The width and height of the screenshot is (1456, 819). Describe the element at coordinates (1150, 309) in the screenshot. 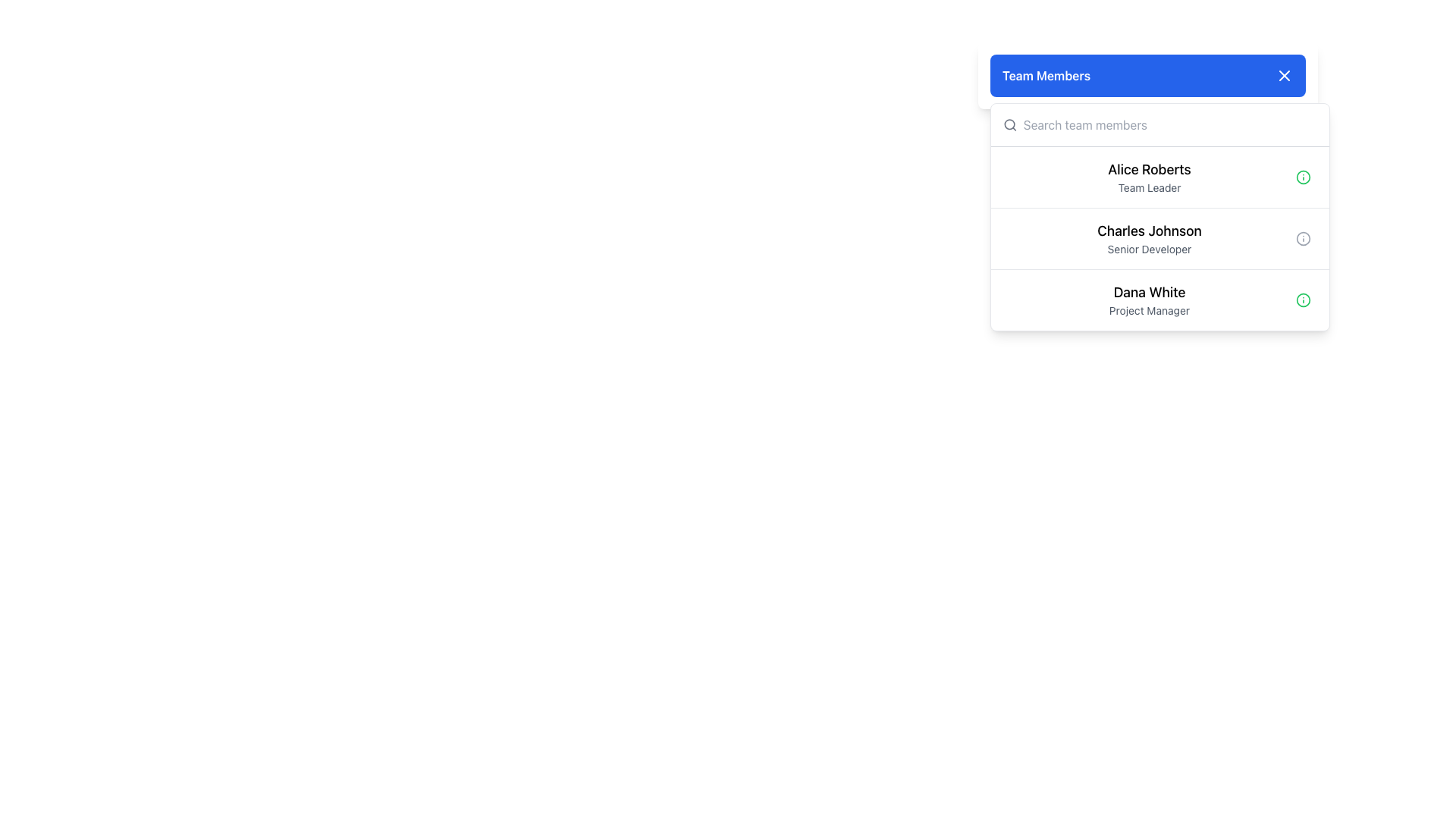

I see `the text label reading 'Project Manager' which is located directly below 'Dana White' in the 'Team Members' dropdown panel` at that location.